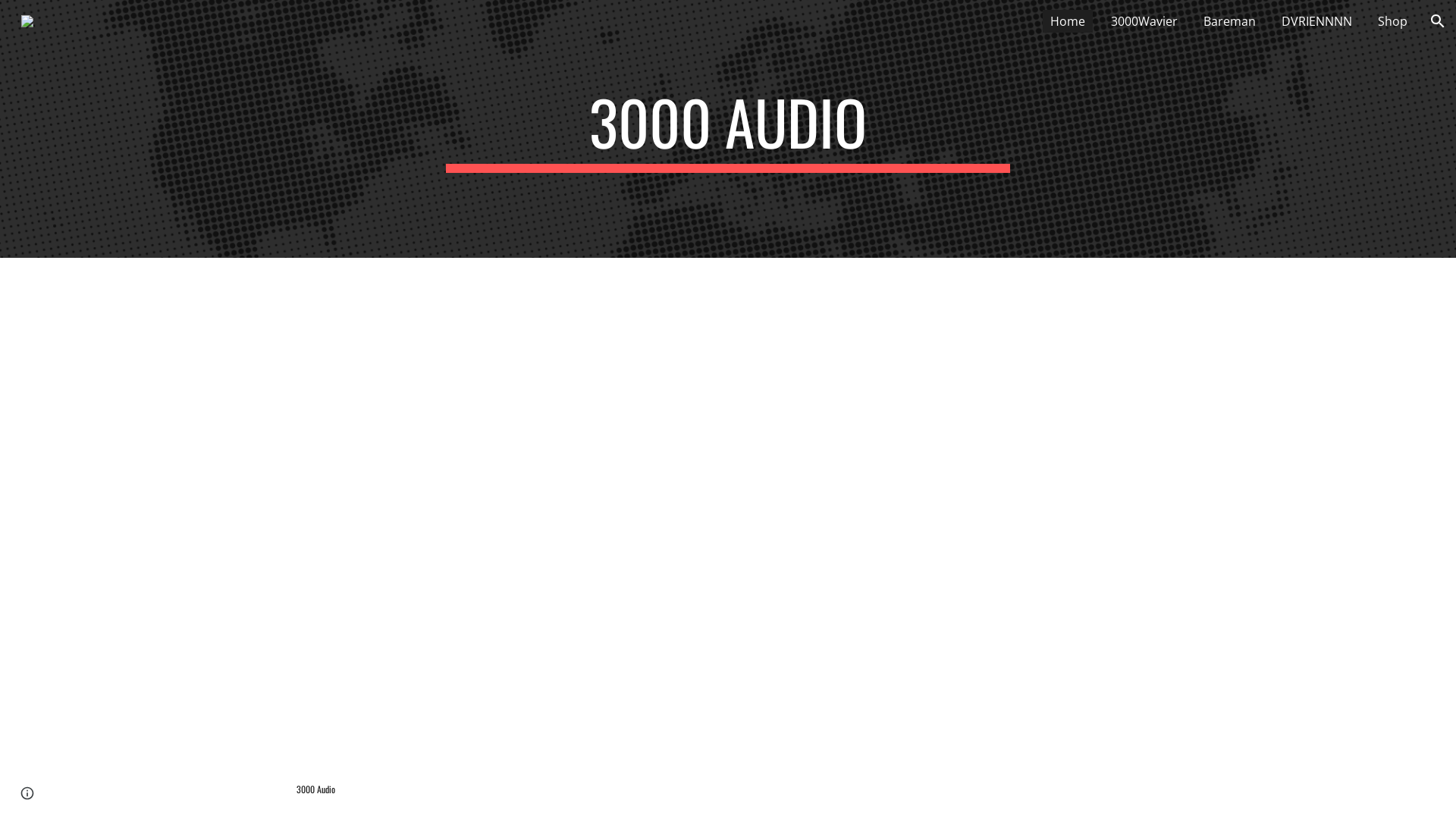 Image resolution: width=1456 pixels, height=819 pixels. I want to click on 'Shop', so click(1392, 20).